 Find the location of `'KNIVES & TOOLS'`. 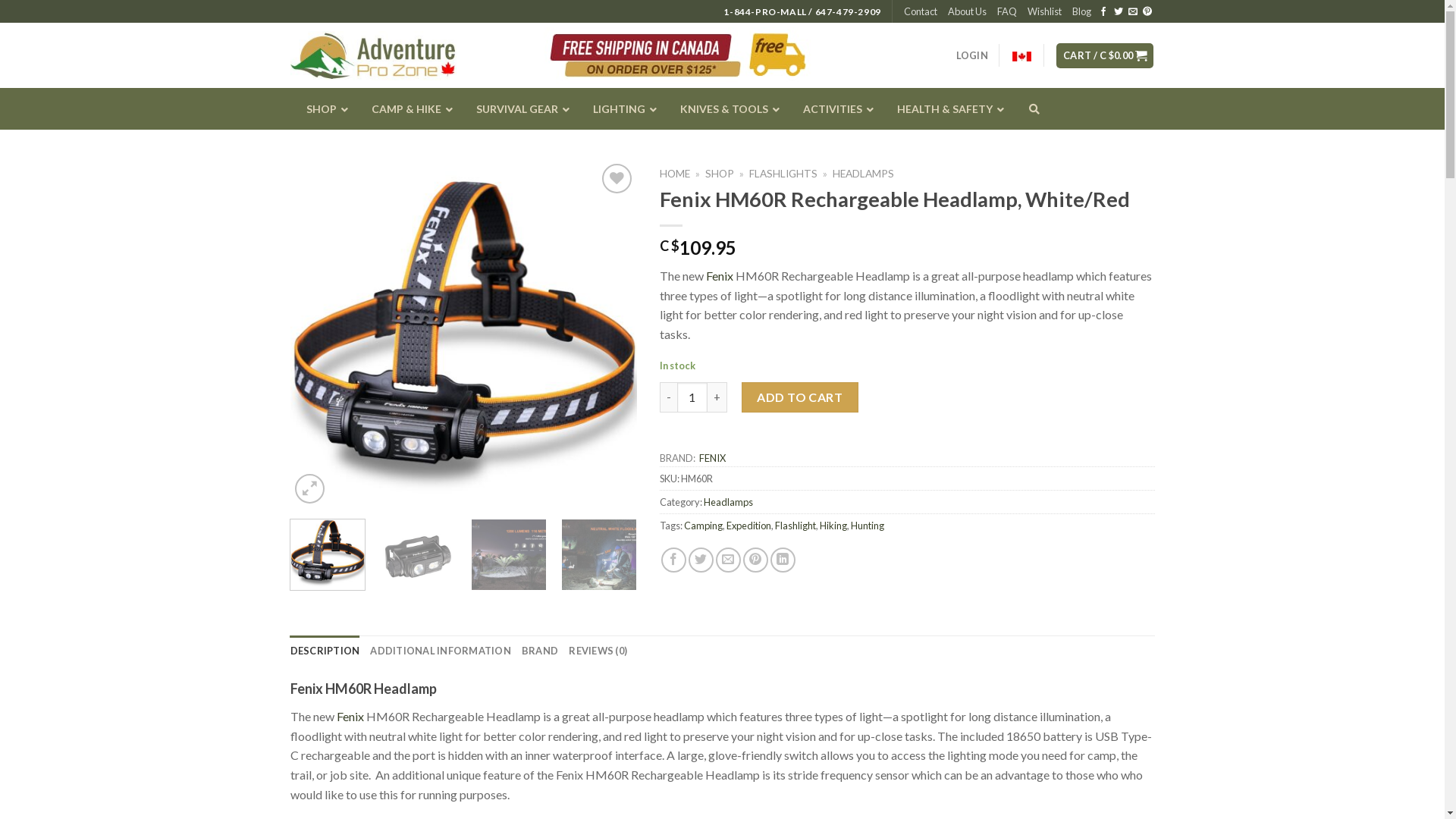

'KNIVES & TOOLS' is located at coordinates (724, 108).